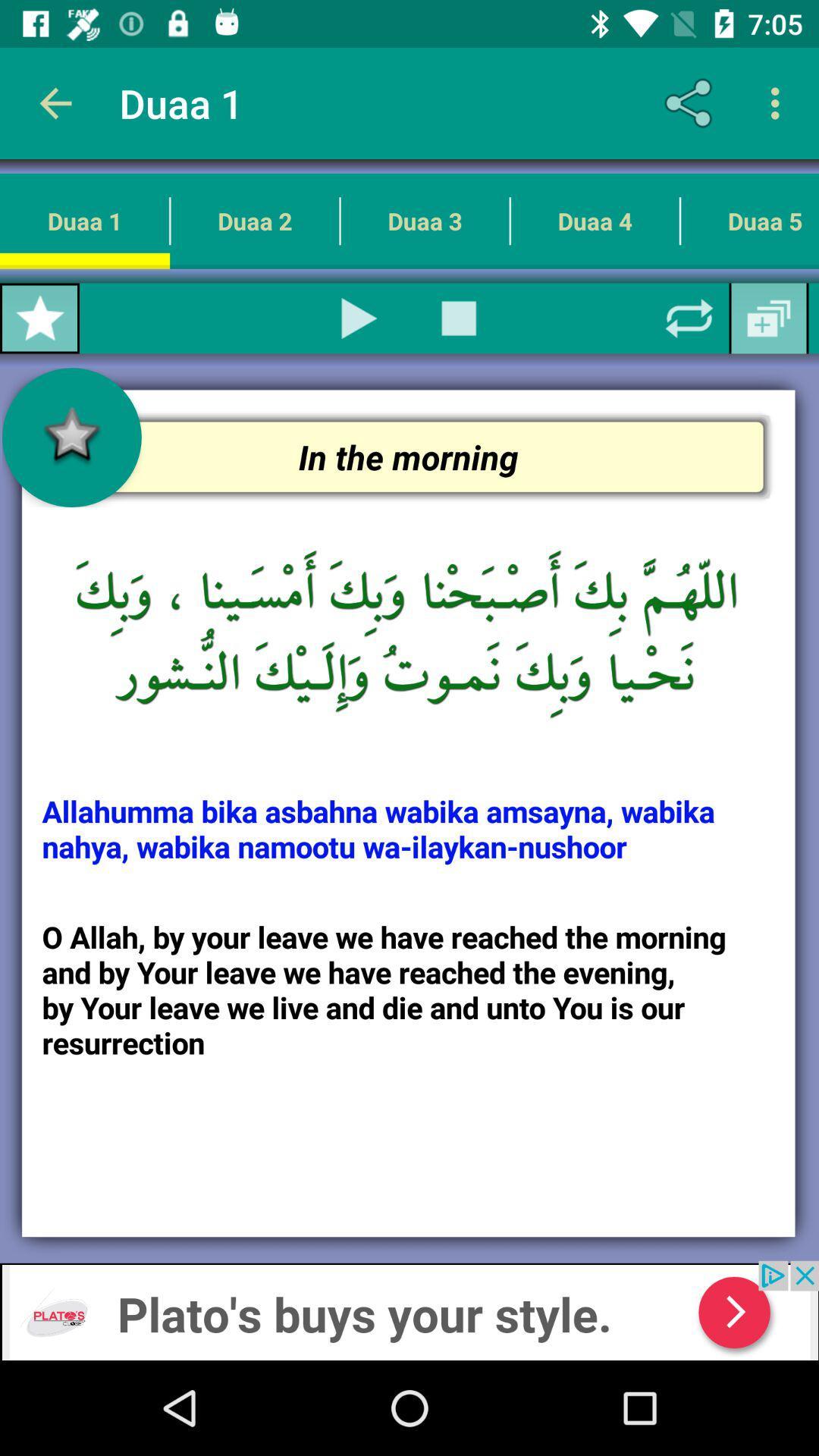  Describe the element at coordinates (55, 102) in the screenshot. I see `icon to the left of the duaa 1 app` at that location.